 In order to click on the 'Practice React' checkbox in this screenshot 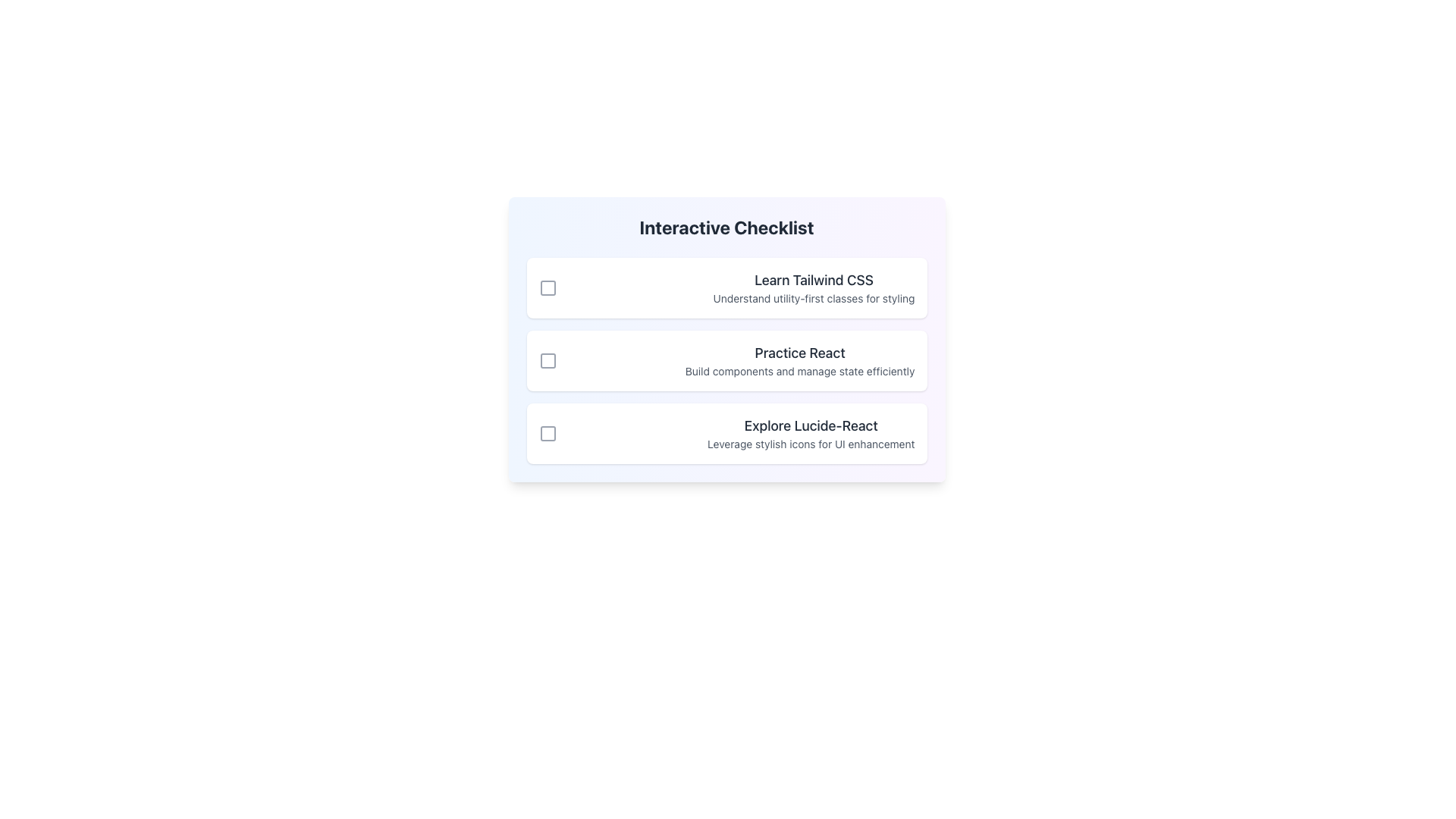, I will do `click(547, 360)`.